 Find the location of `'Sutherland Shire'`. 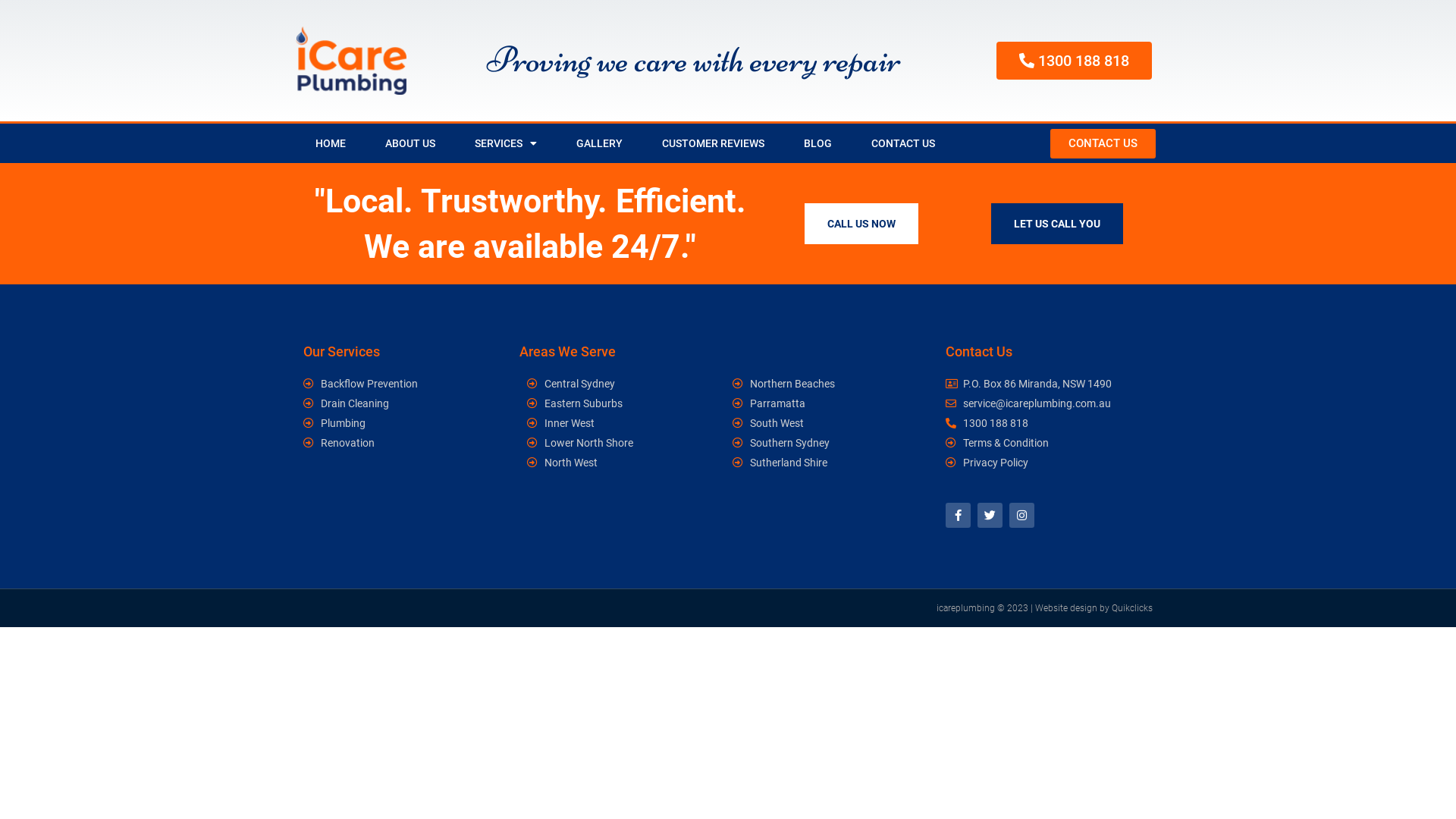

'Sutherland Shire' is located at coordinates (732, 461).